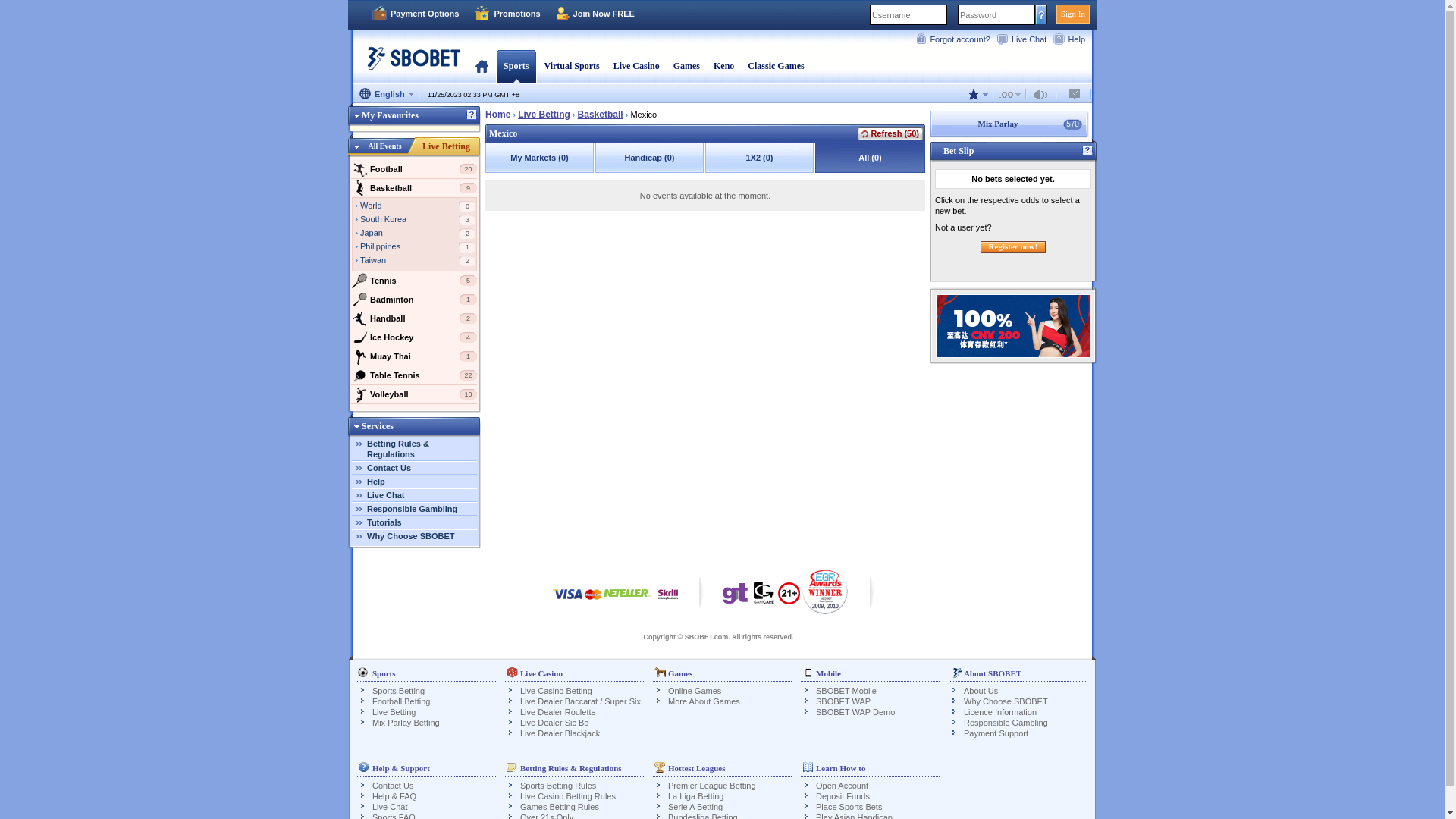 Image resolution: width=1456 pixels, height=819 pixels. What do you see at coordinates (626, 601) in the screenshot?
I see `'Payment by NETELLER'` at bounding box center [626, 601].